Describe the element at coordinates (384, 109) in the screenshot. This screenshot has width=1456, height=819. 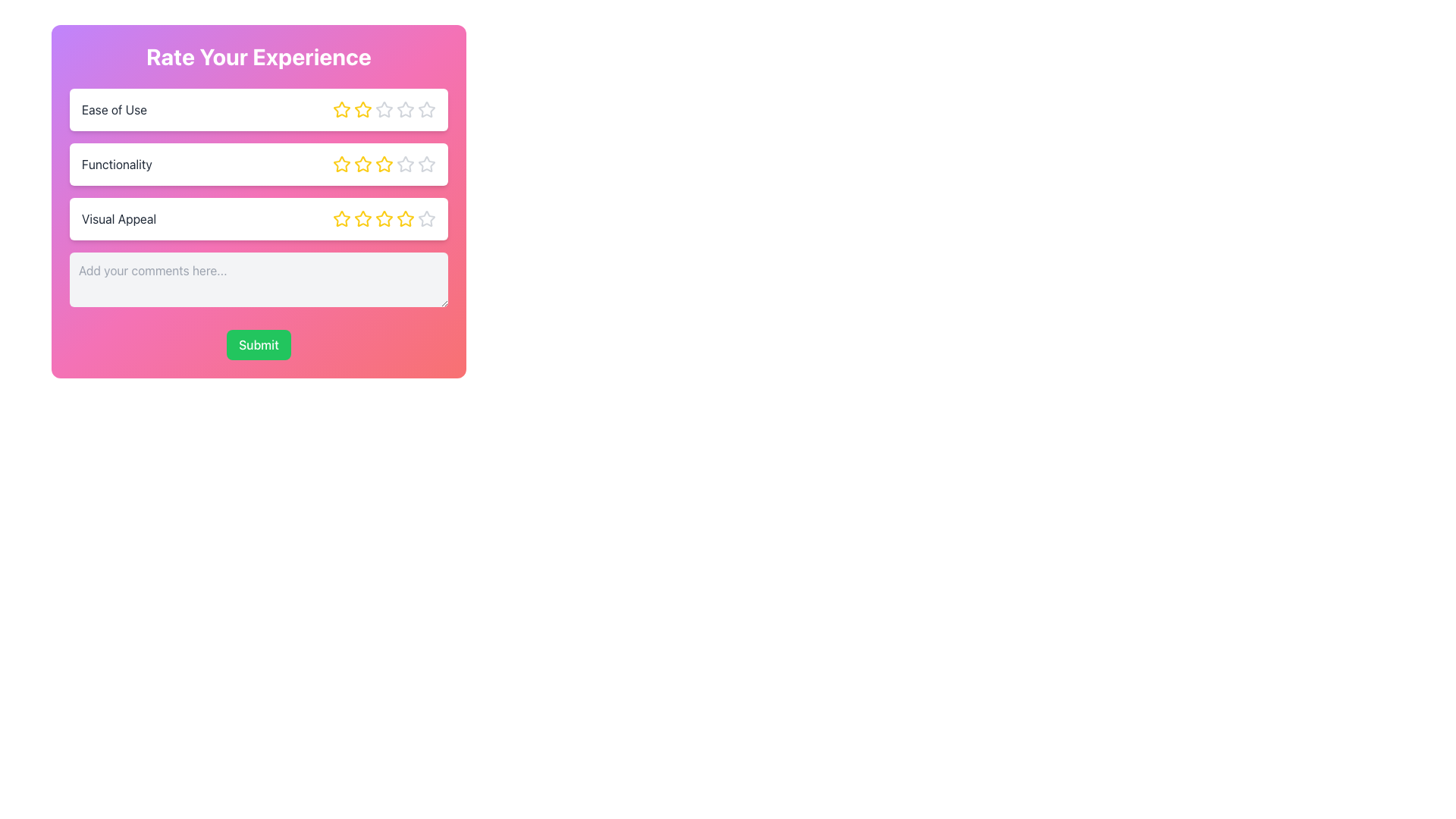
I see `the third star-shaped icon in the 'Ease of Use' rating section` at that location.